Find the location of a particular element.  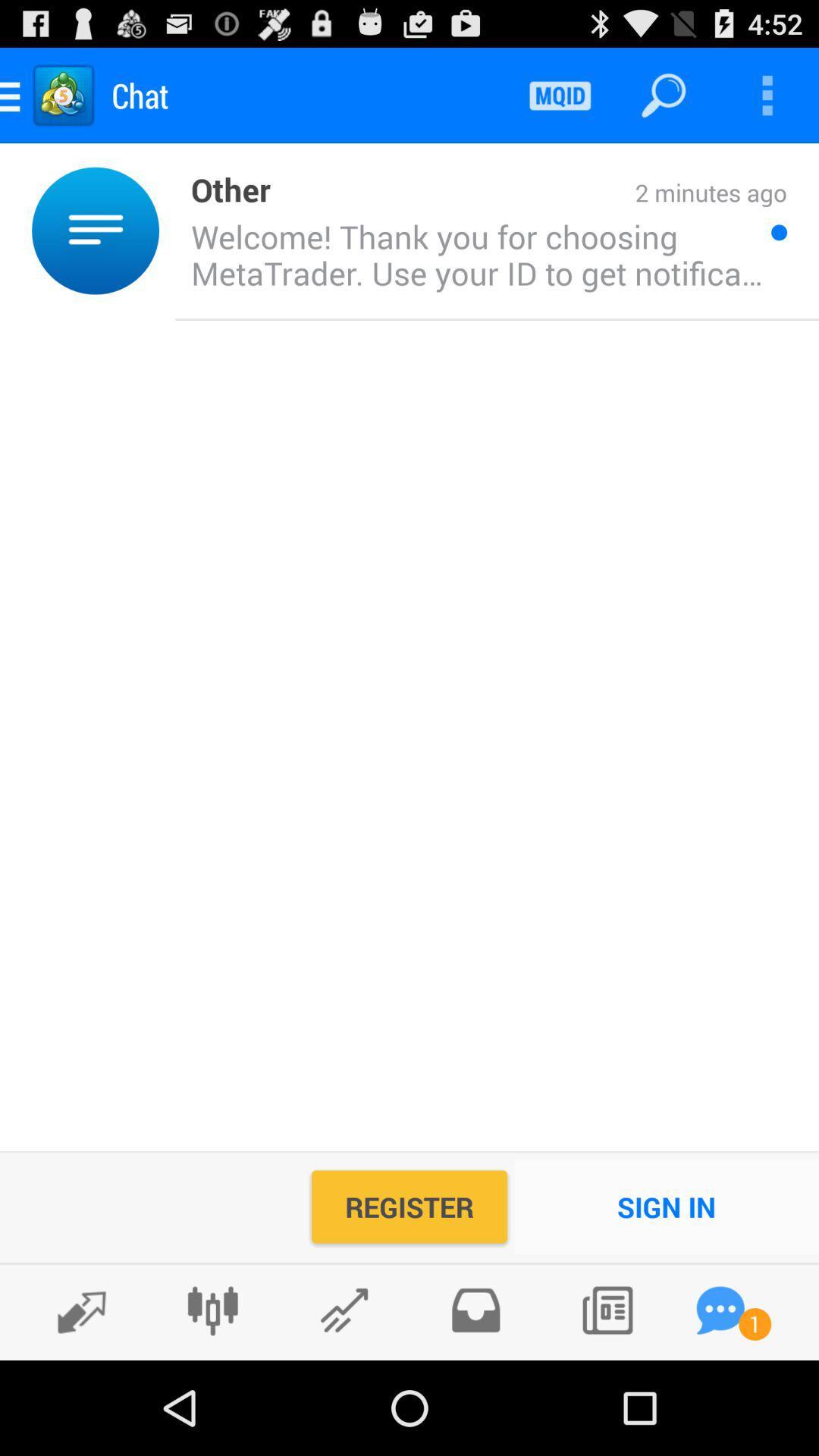

the chat icon is located at coordinates (720, 1401).